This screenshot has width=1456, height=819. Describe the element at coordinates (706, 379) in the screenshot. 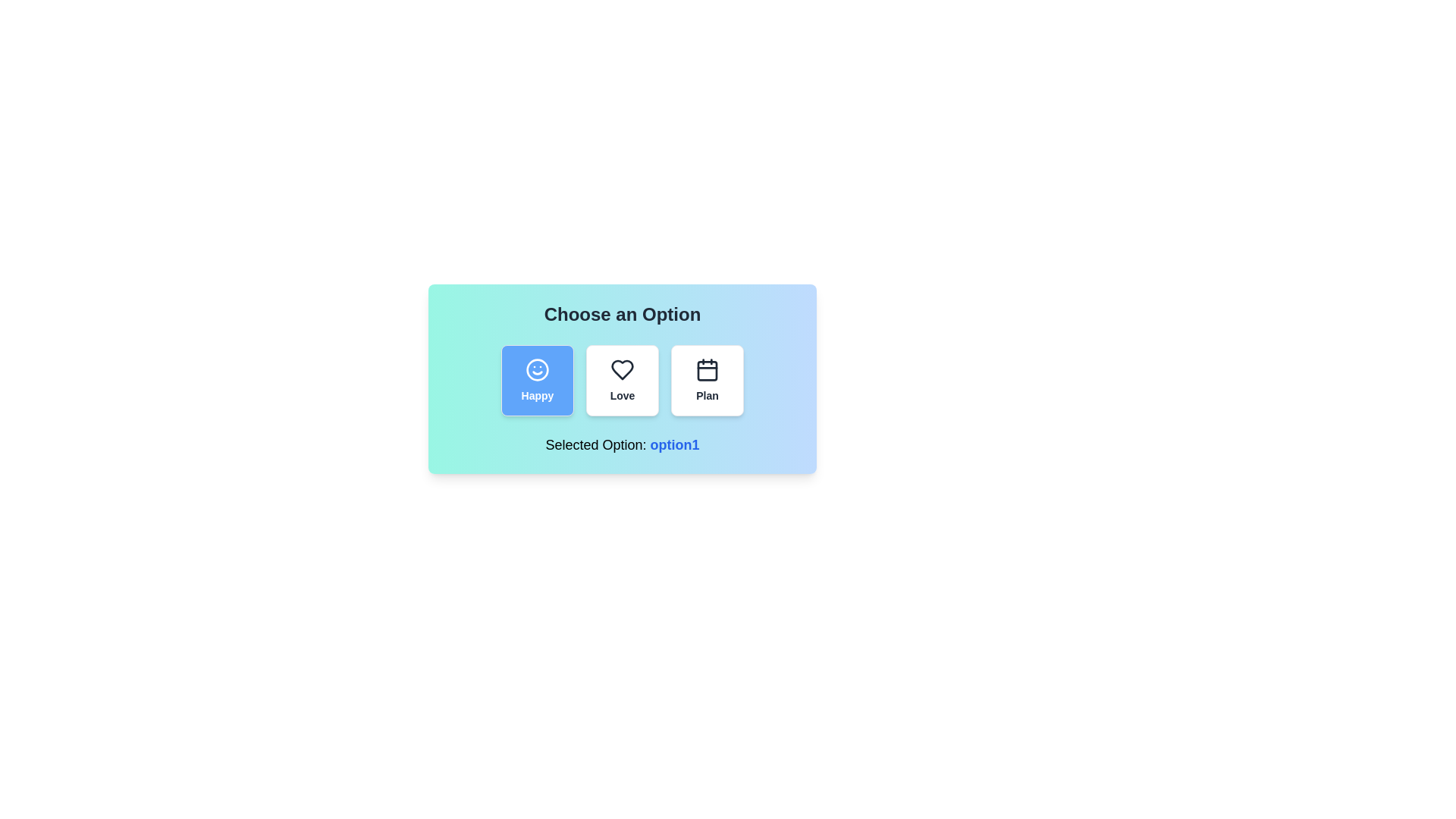

I see `the button labeled 'Plan' which features a calendar icon and is the third button in the row under the heading 'Choose an Option'` at that location.